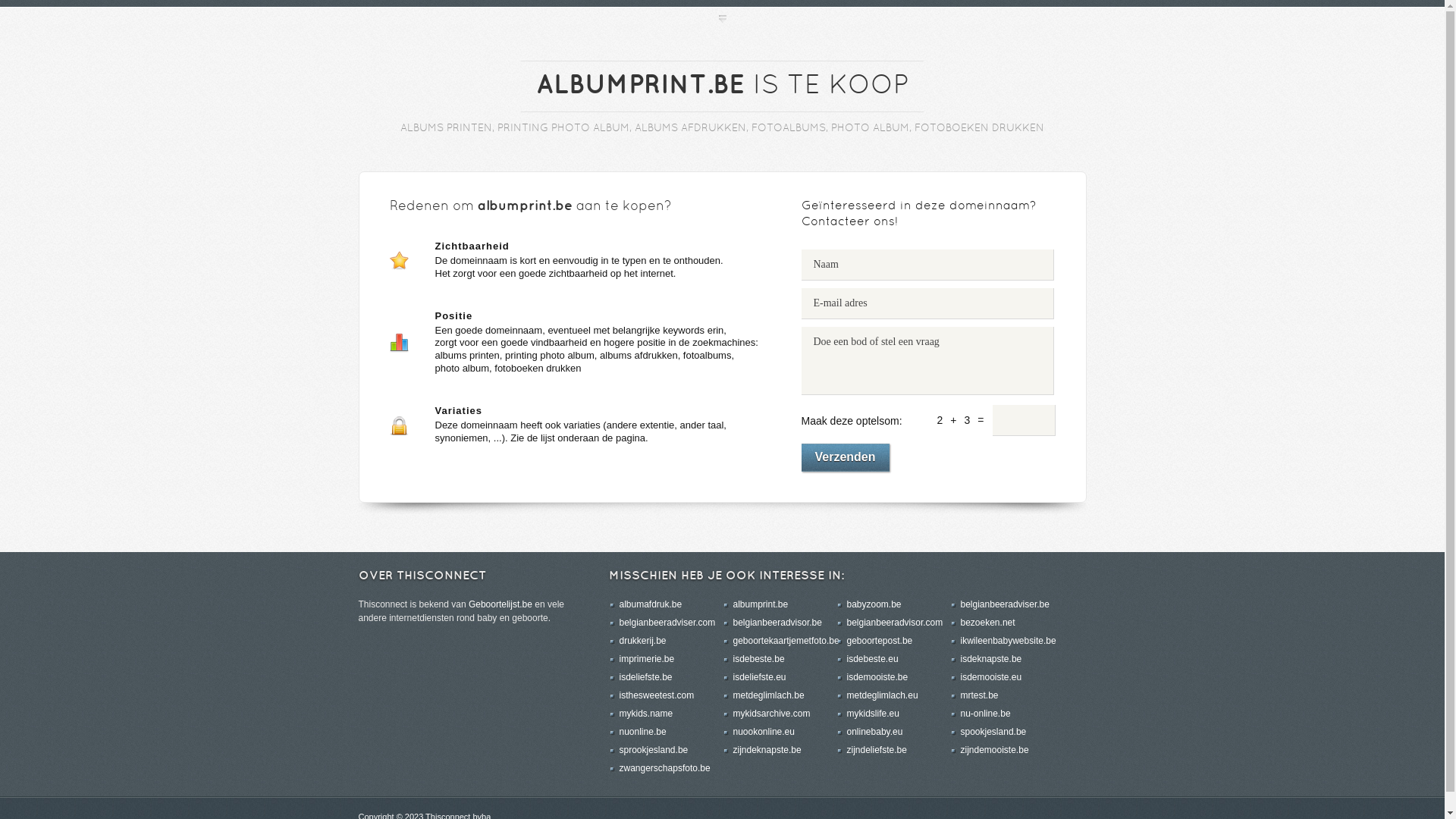 The width and height of the screenshot is (1456, 819). What do you see at coordinates (767, 695) in the screenshot?
I see `'metdeglimlach.be'` at bounding box center [767, 695].